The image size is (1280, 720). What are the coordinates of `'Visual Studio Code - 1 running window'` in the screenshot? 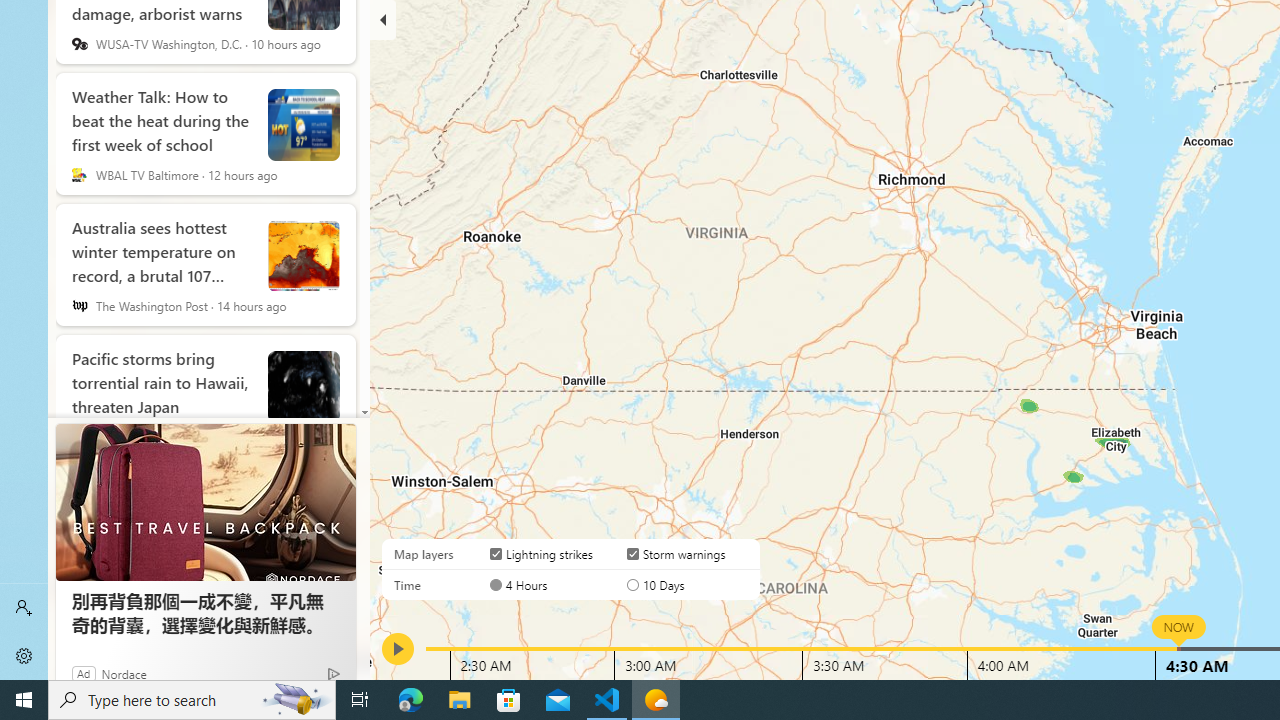 It's located at (606, 698).